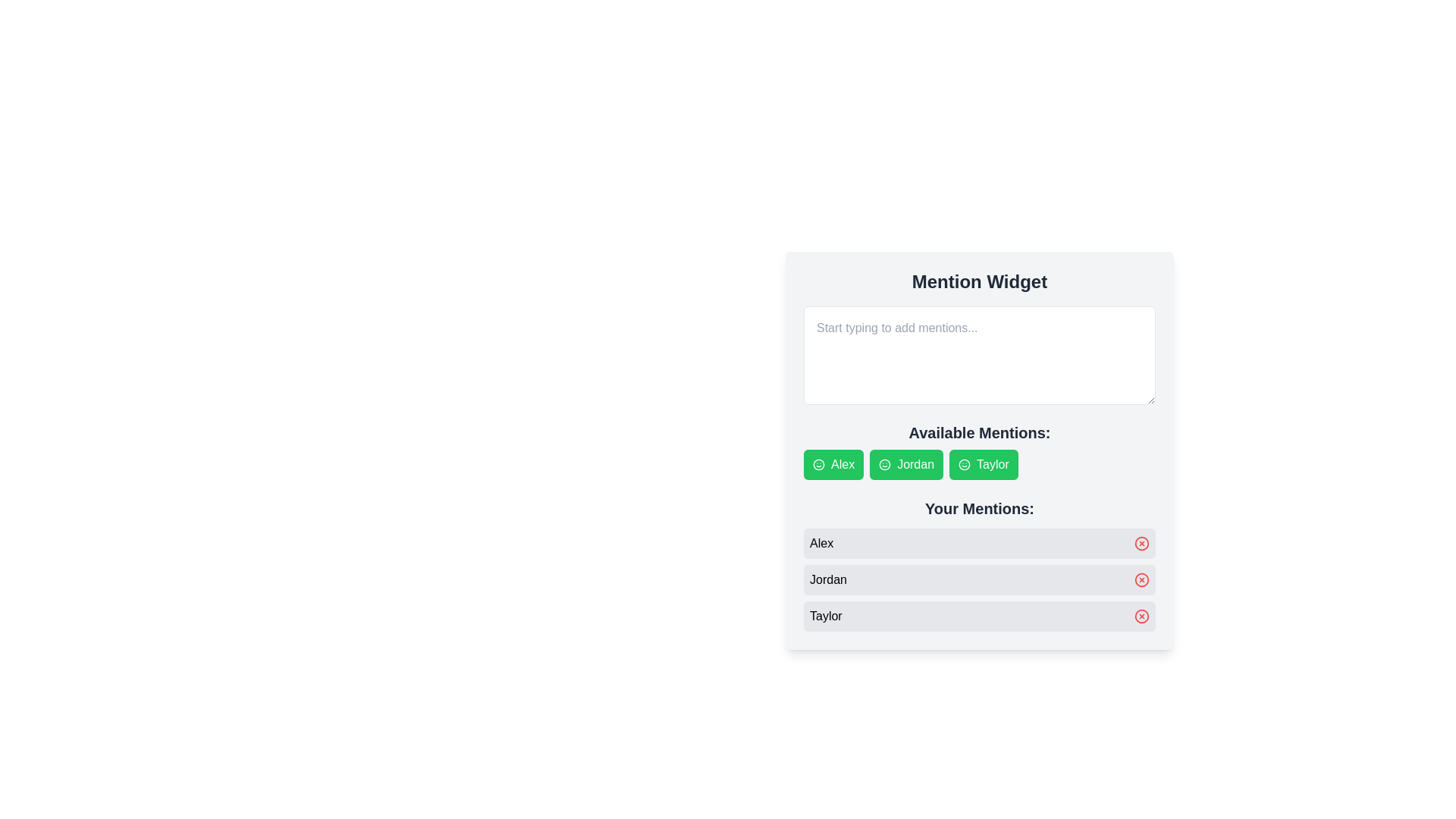 This screenshot has height=819, width=1456. I want to click on the styling of the icon located to the left of the green button labeled 'Alex' in the 'Available Mentions' section of the Mention Widget interface, so click(818, 464).